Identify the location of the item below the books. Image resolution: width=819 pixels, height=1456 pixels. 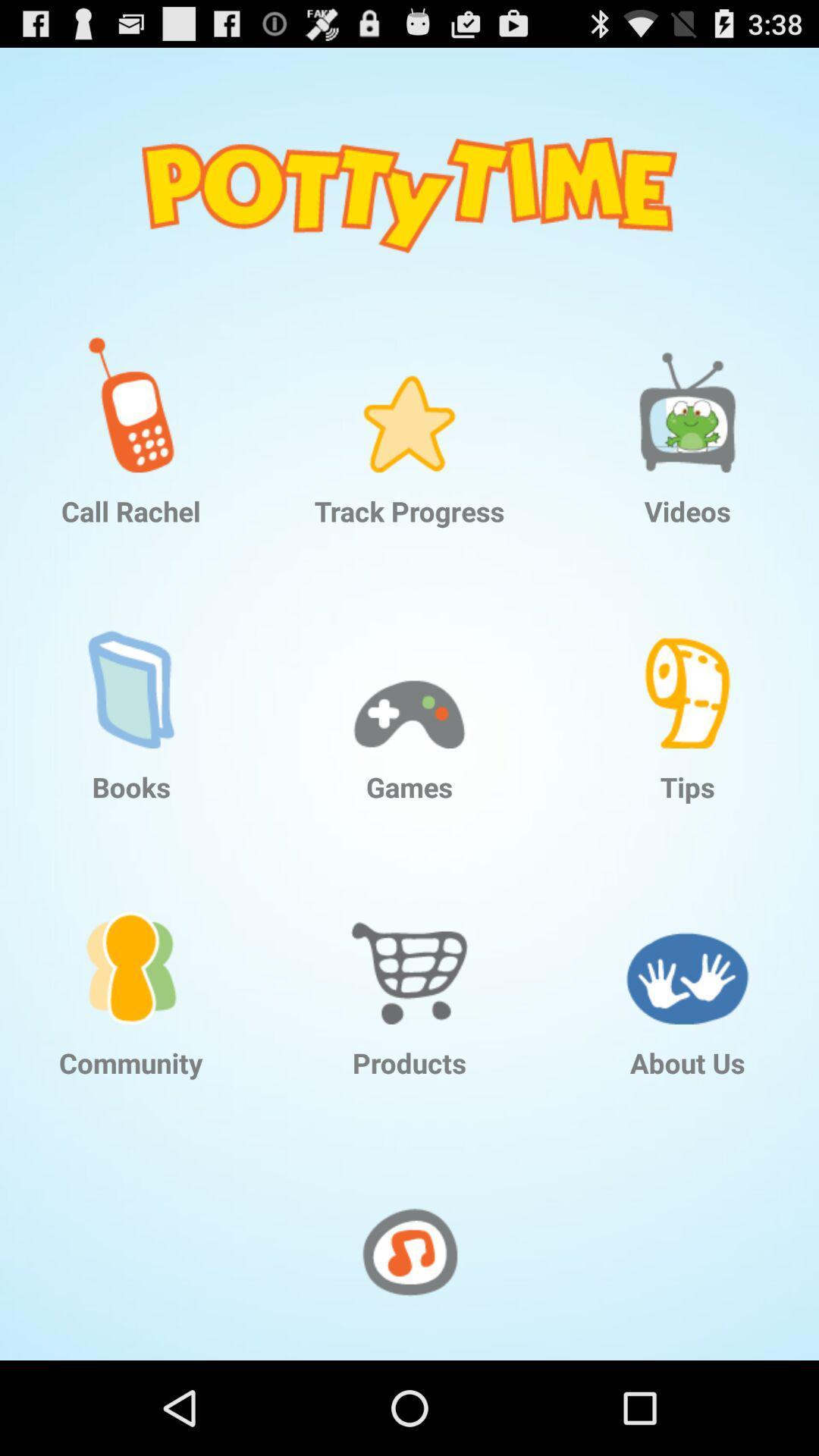
(130, 943).